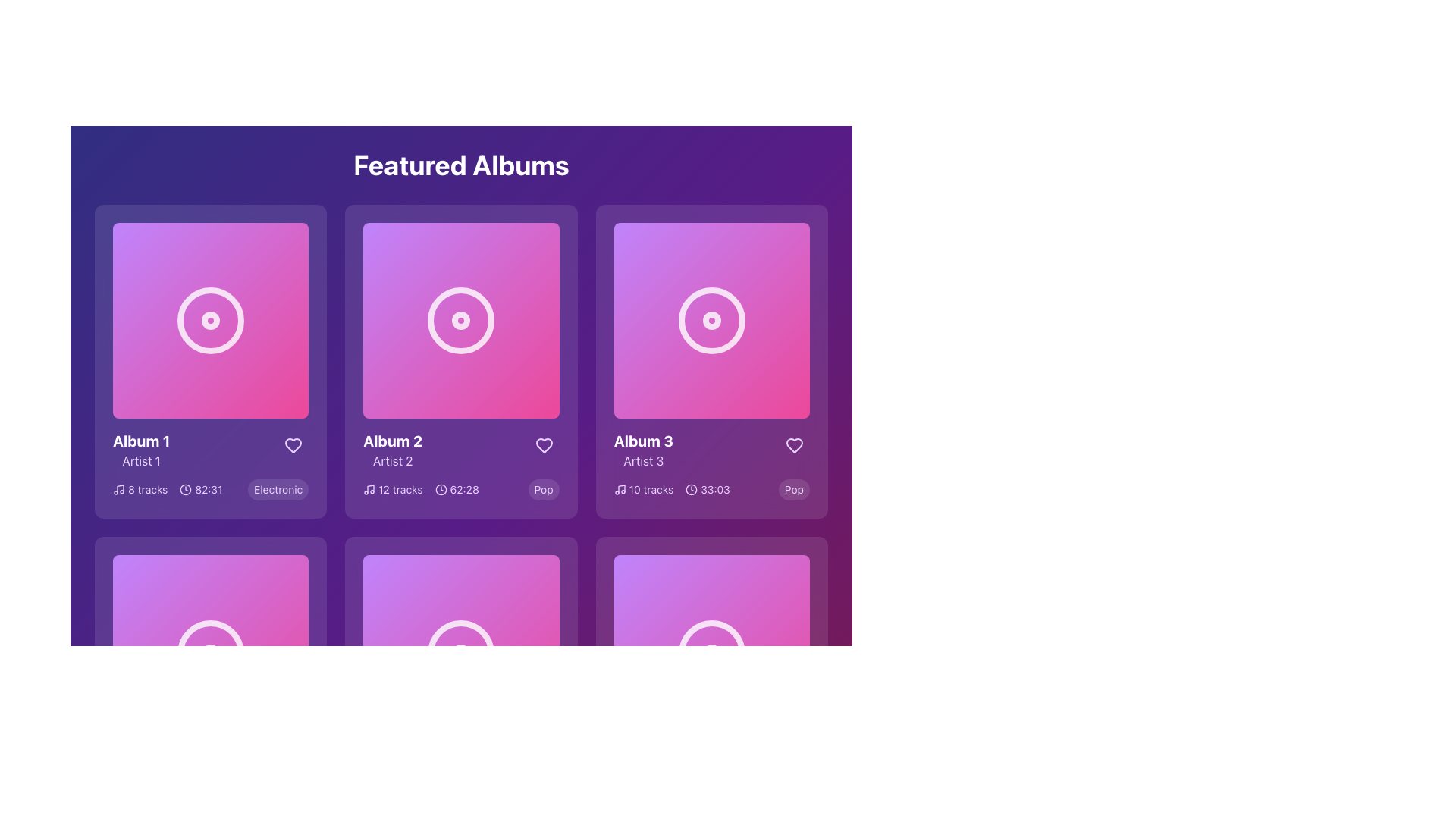  I want to click on the disc icon representing 'Album 1' in the top-left tile of the 'Featured Albums' grid, so click(210, 320).